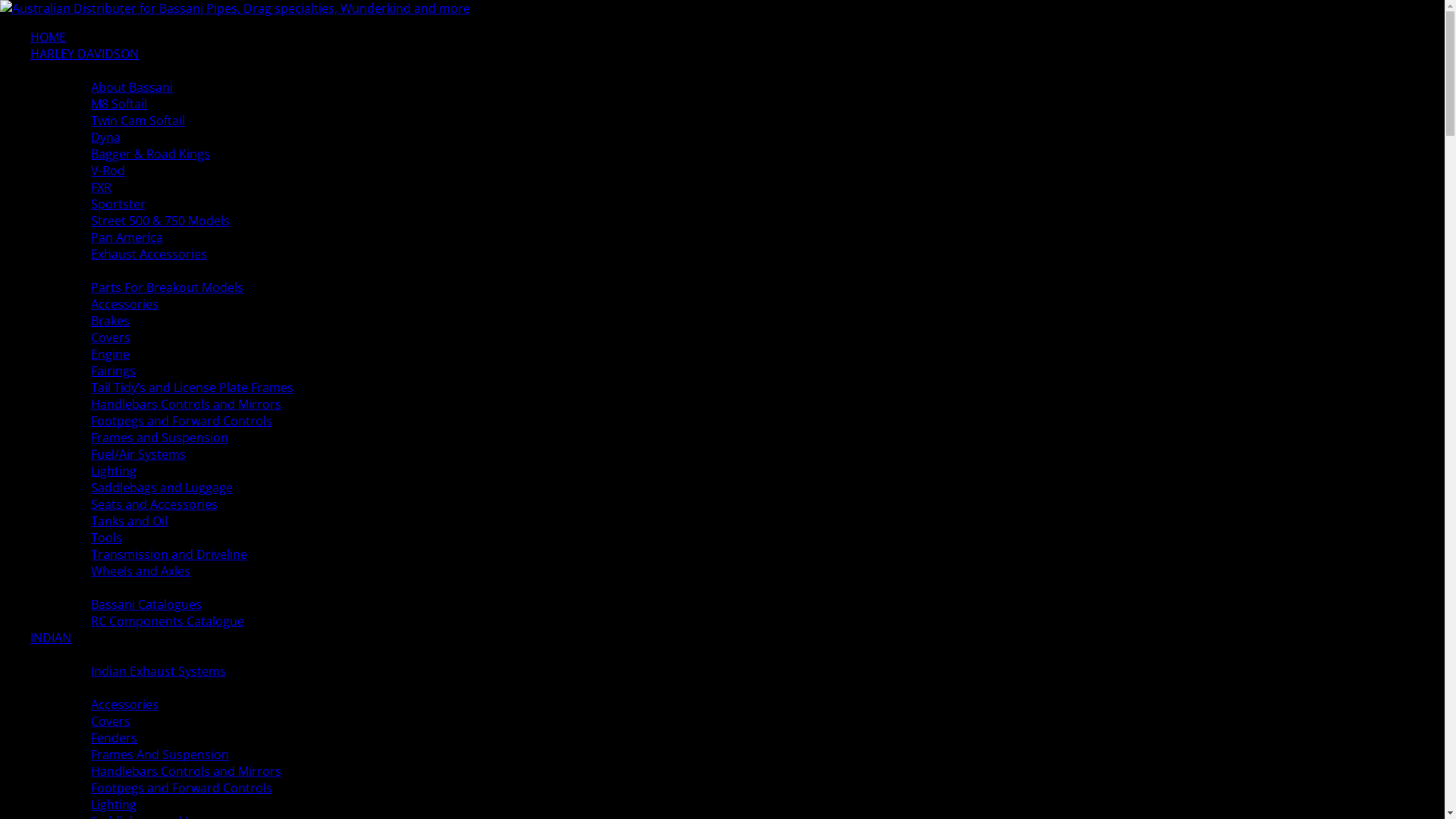 The height and width of the screenshot is (819, 1456). Describe the element at coordinates (90, 353) in the screenshot. I see `'Engine'` at that location.